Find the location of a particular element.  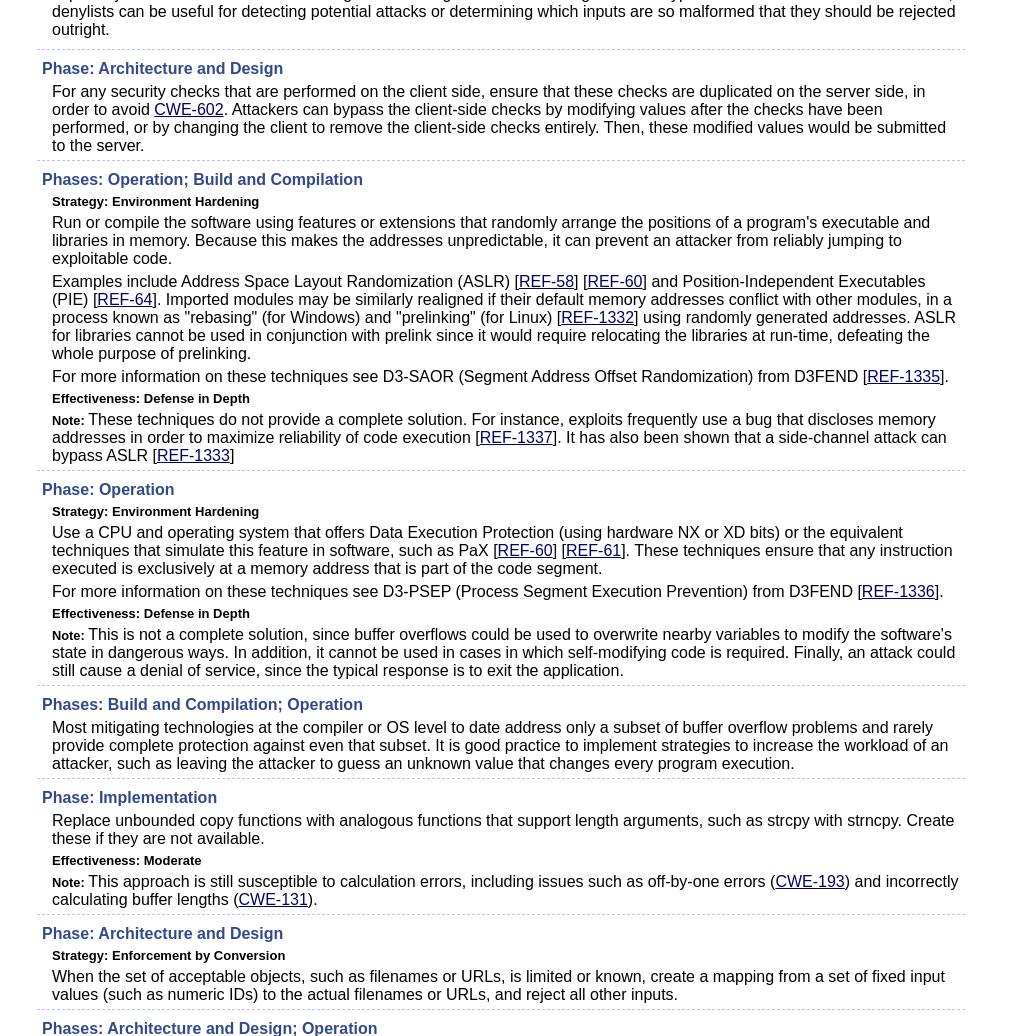

'Strategy:  Enforcement by Conversion' is located at coordinates (168, 955).